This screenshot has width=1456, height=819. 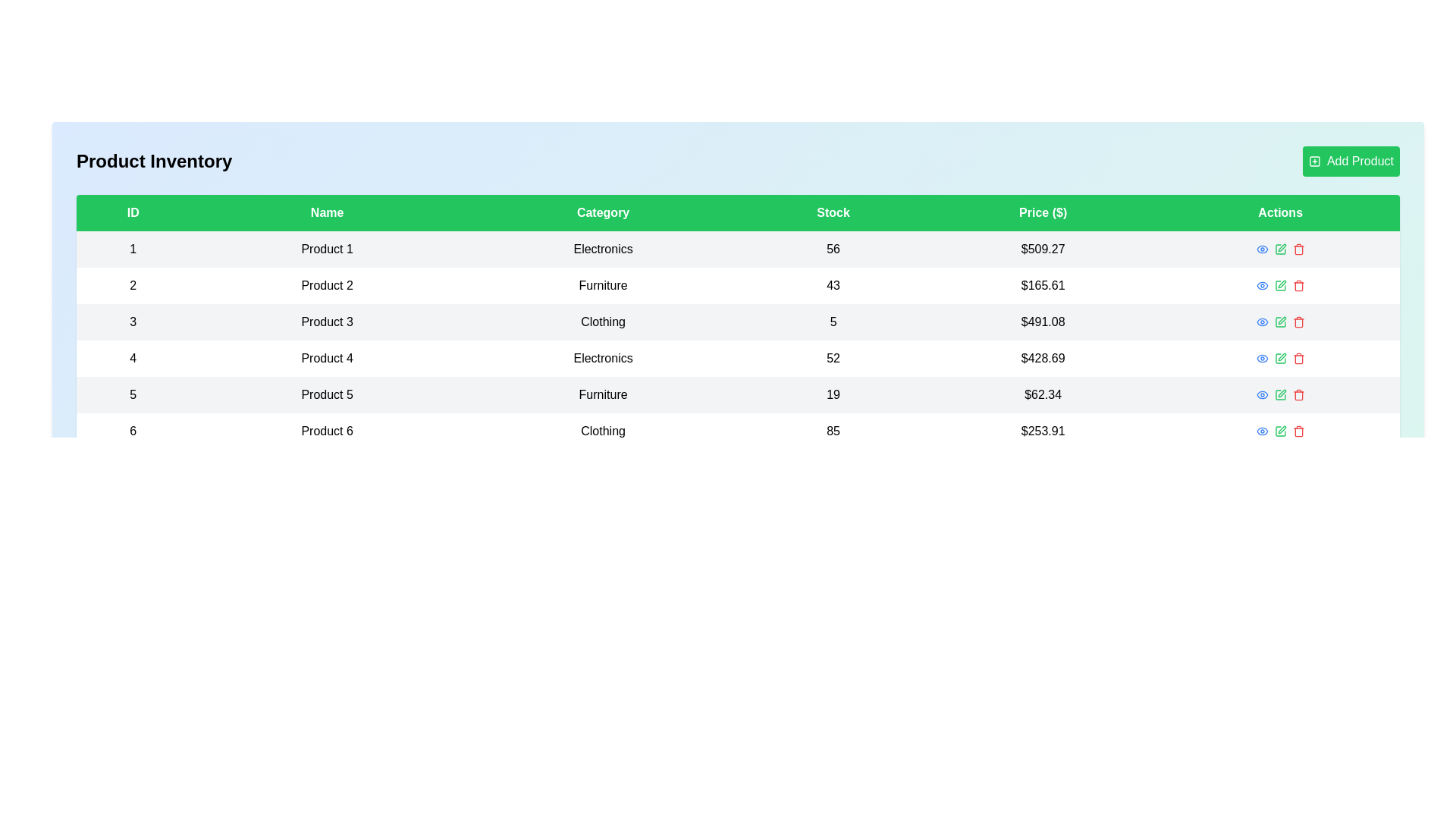 What do you see at coordinates (1298, 431) in the screenshot?
I see `delete button for the product with ID 6` at bounding box center [1298, 431].